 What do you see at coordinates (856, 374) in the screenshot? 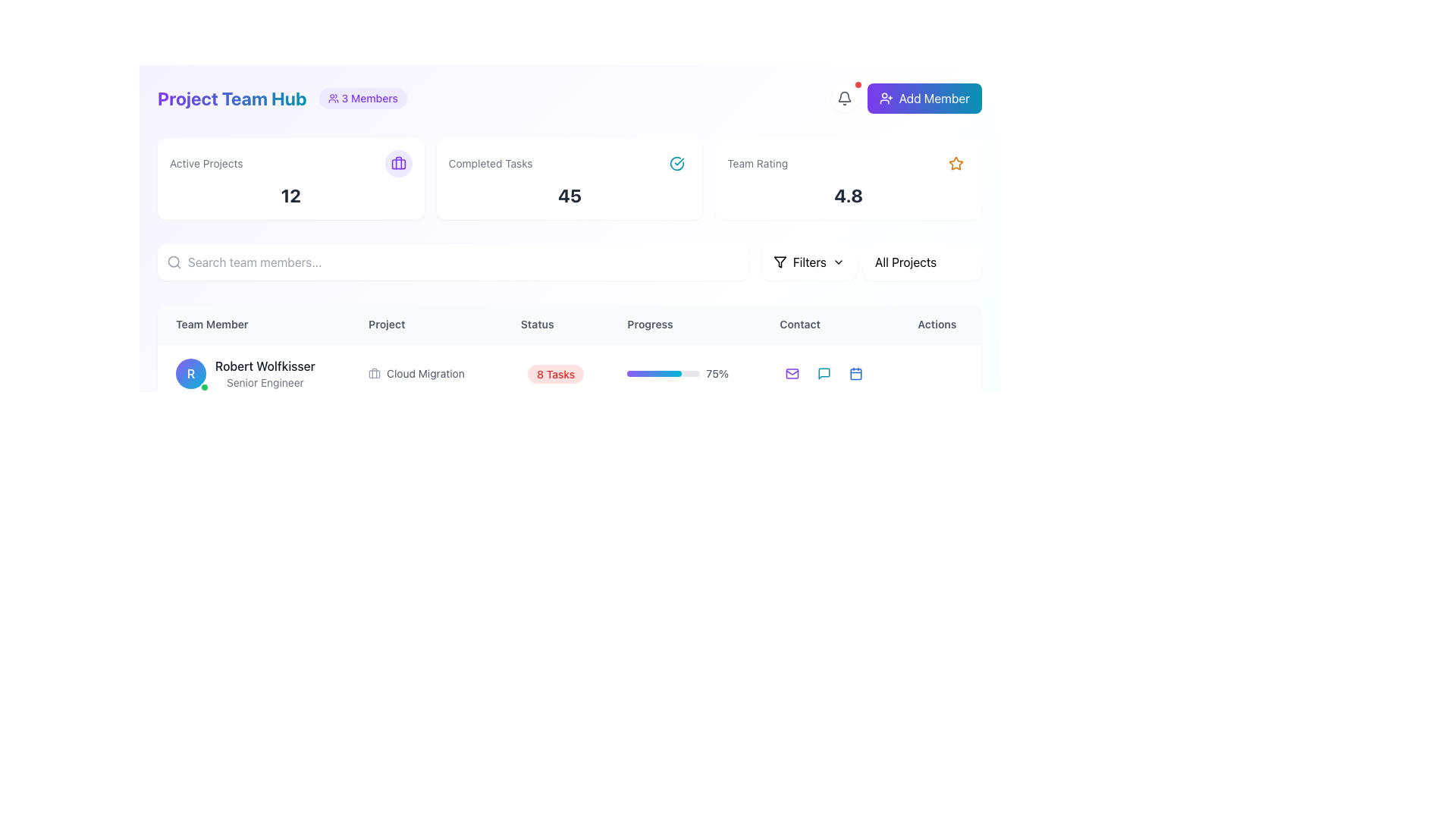
I see `the small, rounded rectangular button with a calendar icon located in the 'Actions' column of the table at the bottom of the interface for reordering purposes` at bounding box center [856, 374].